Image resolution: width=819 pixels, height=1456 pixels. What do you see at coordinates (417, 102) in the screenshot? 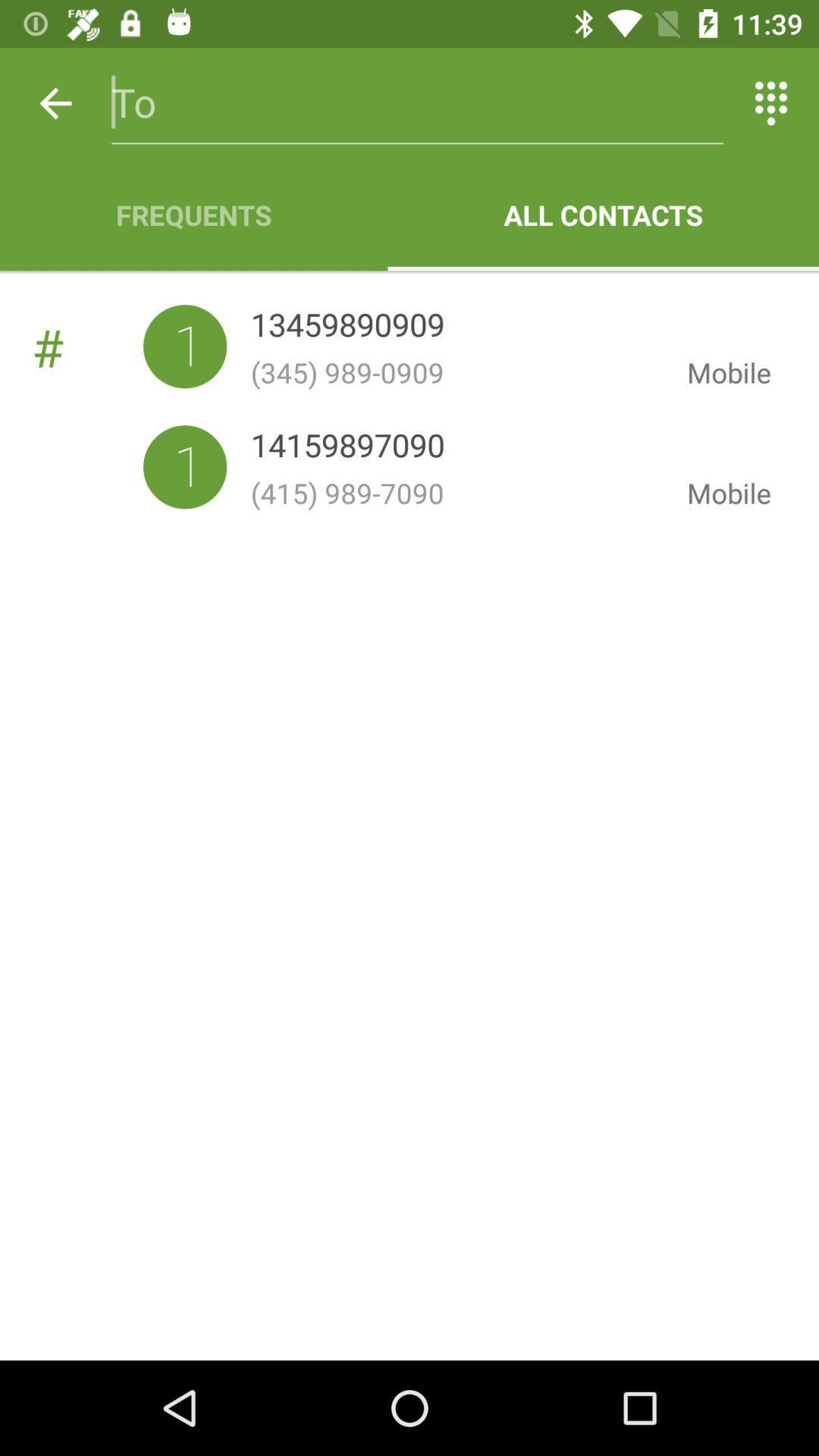
I see `the item above frequents item` at bounding box center [417, 102].